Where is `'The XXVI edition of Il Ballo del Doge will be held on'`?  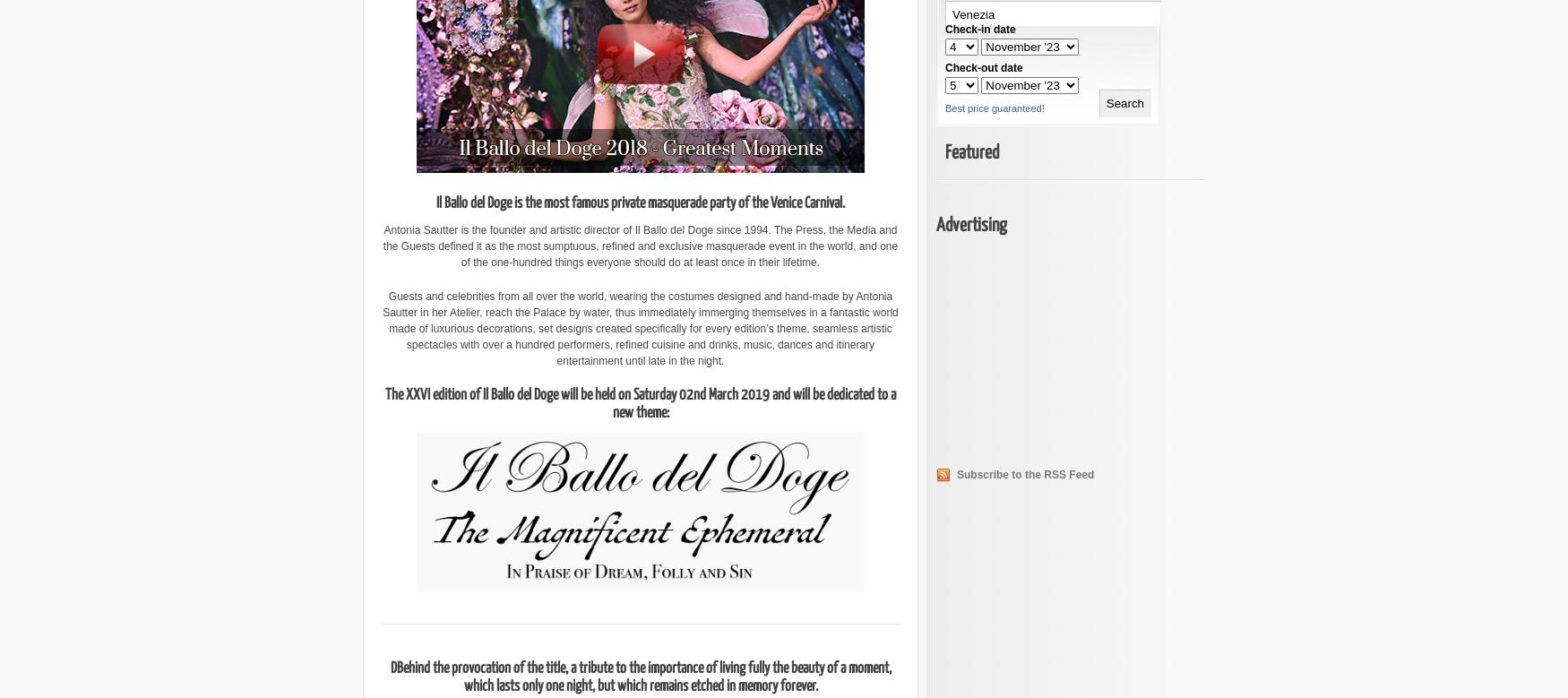 'The XXVI edition of Il Ballo del Doge will be held on' is located at coordinates (509, 394).